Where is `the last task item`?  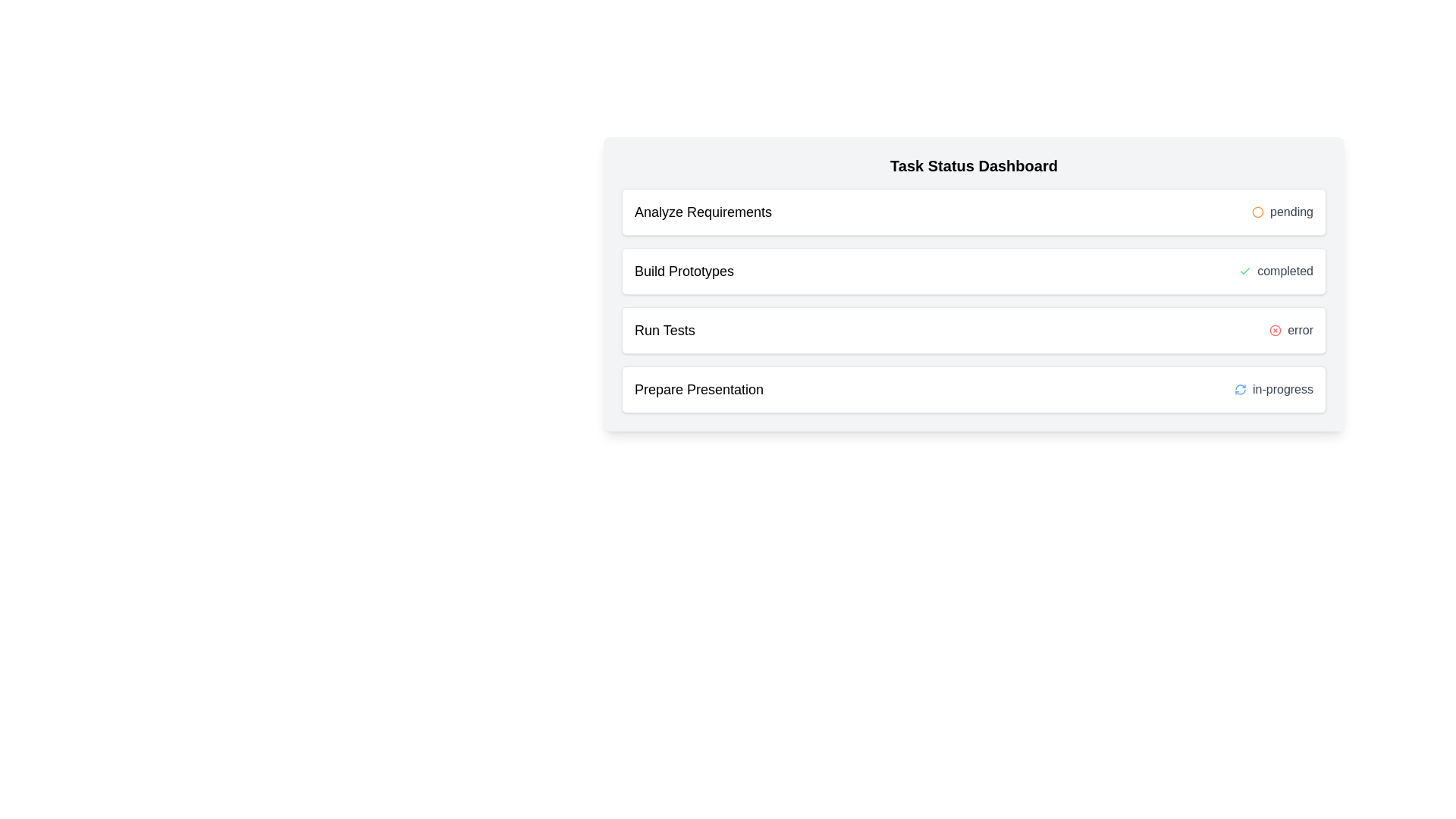 the last task item is located at coordinates (974, 388).